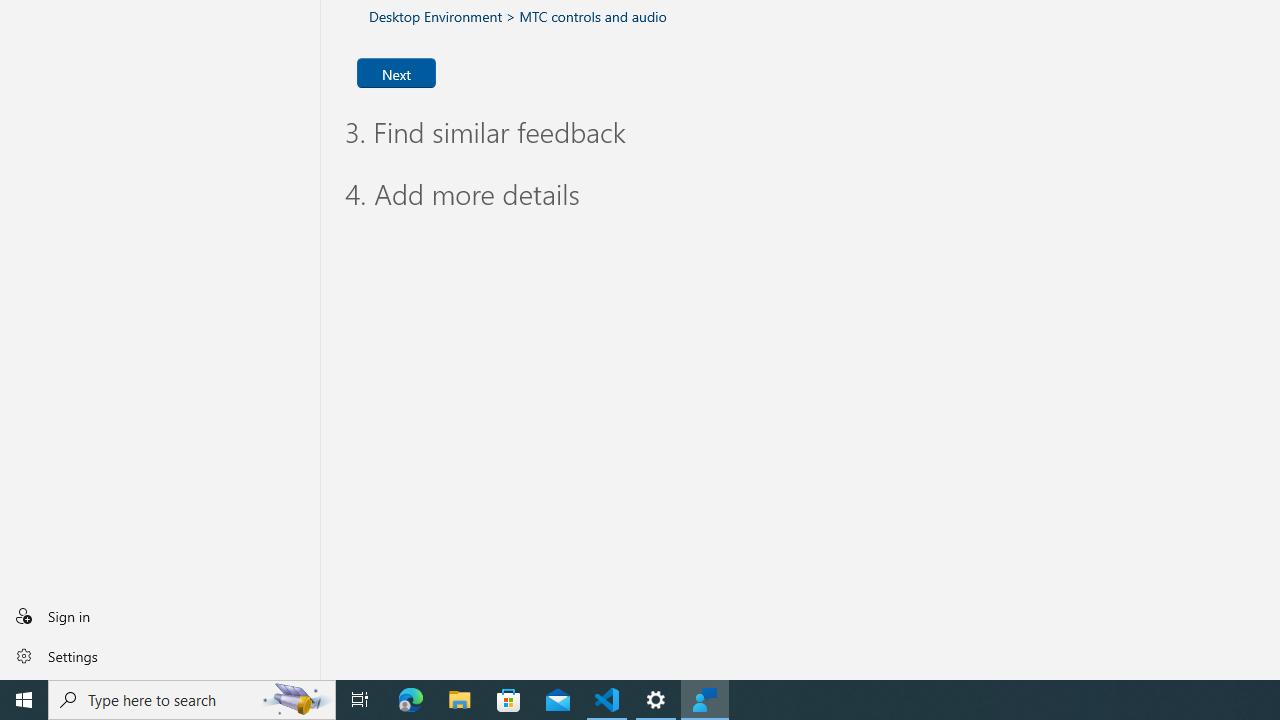 This screenshot has height=720, width=1280. I want to click on 'Feedback Hub - 1 running window', so click(705, 698).